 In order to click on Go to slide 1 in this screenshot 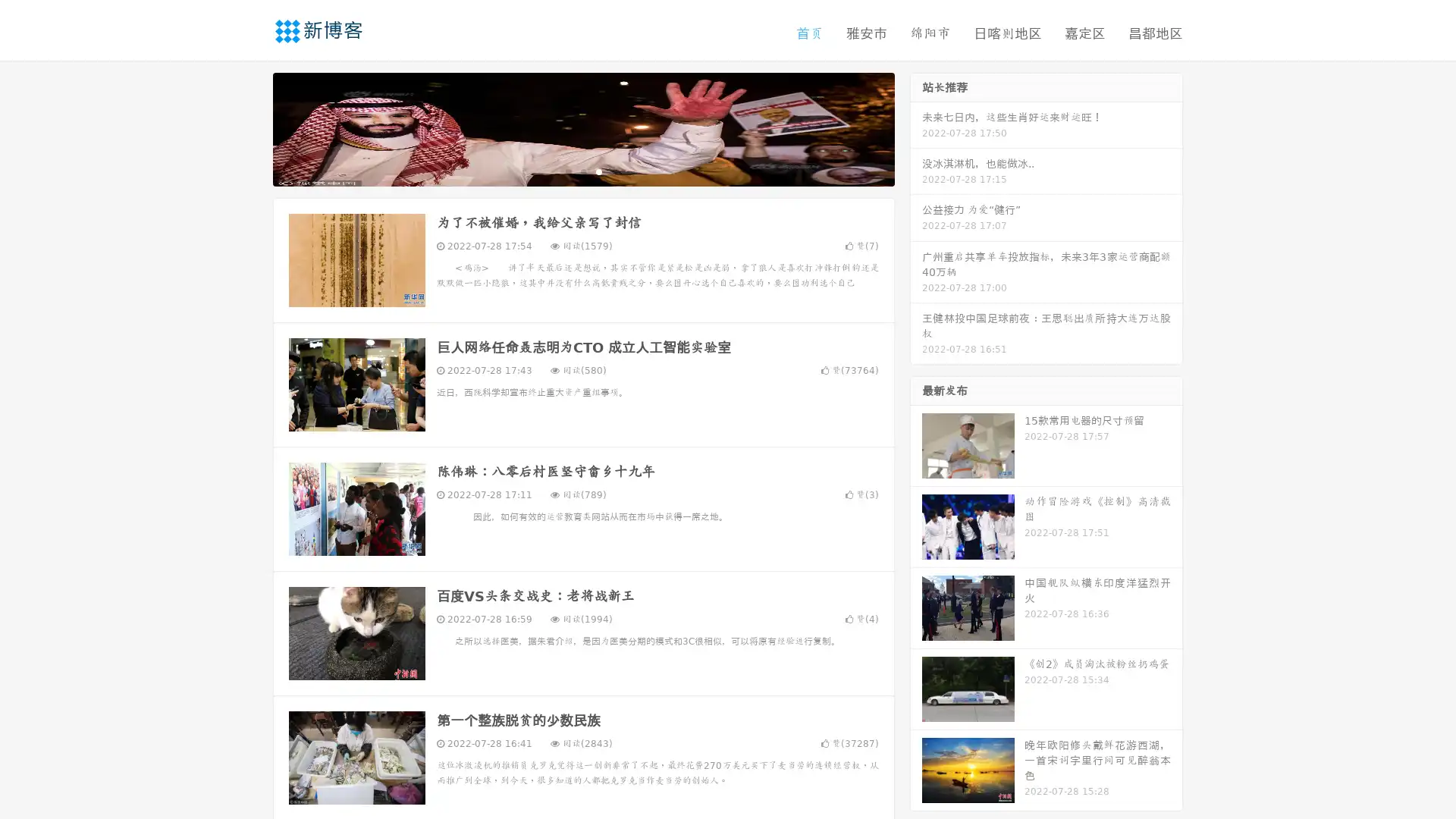, I will do `click(567, 171)`.